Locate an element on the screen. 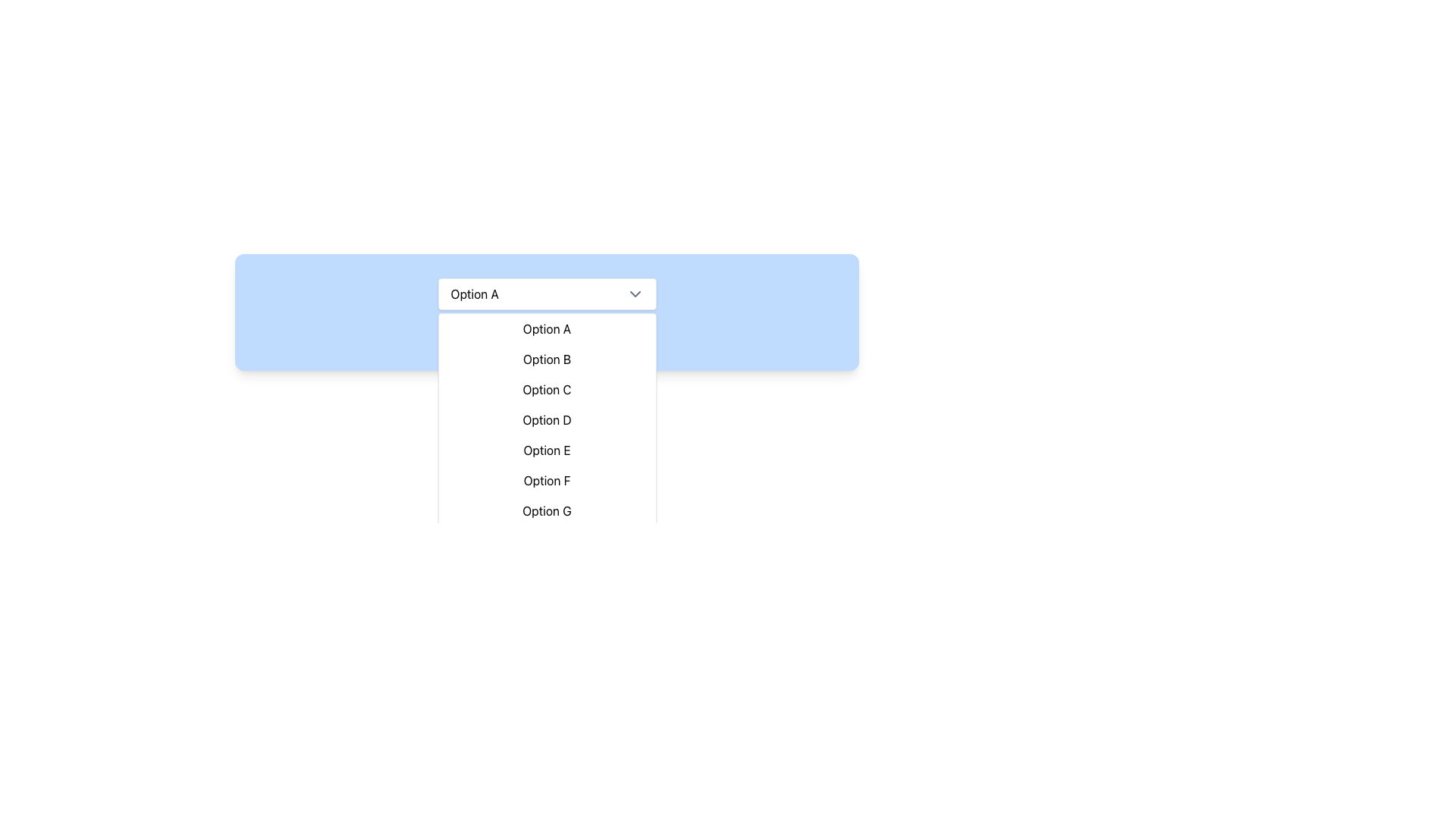 Image resolution: width=1456 pixels, height=819 pixels. the chevron down SVG icon located at the far right of the dropdown button labeled 'Option A' is located at coordinates (635, 294).